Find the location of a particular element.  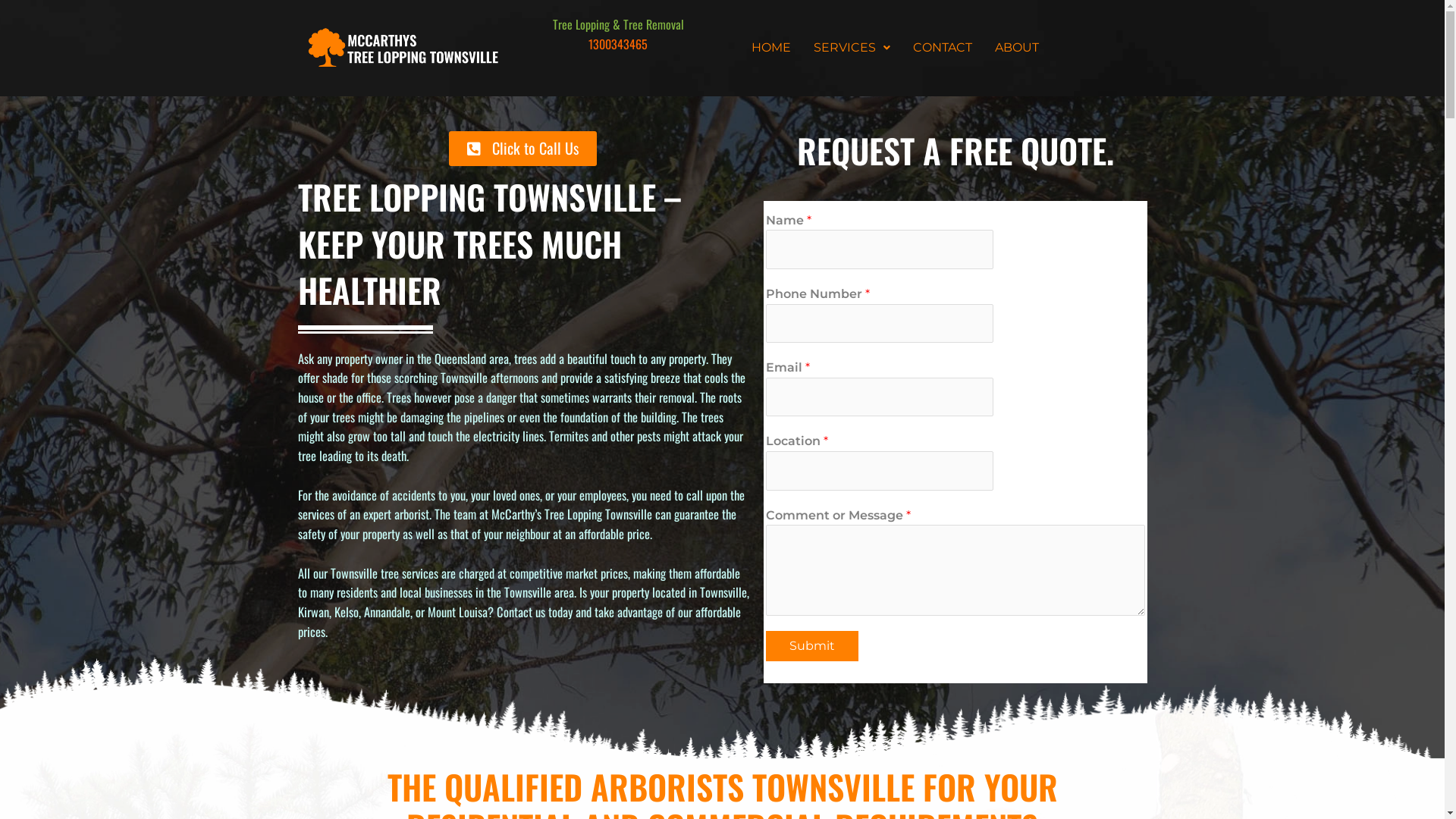

'Submit' is located at coordinates (811, 646).